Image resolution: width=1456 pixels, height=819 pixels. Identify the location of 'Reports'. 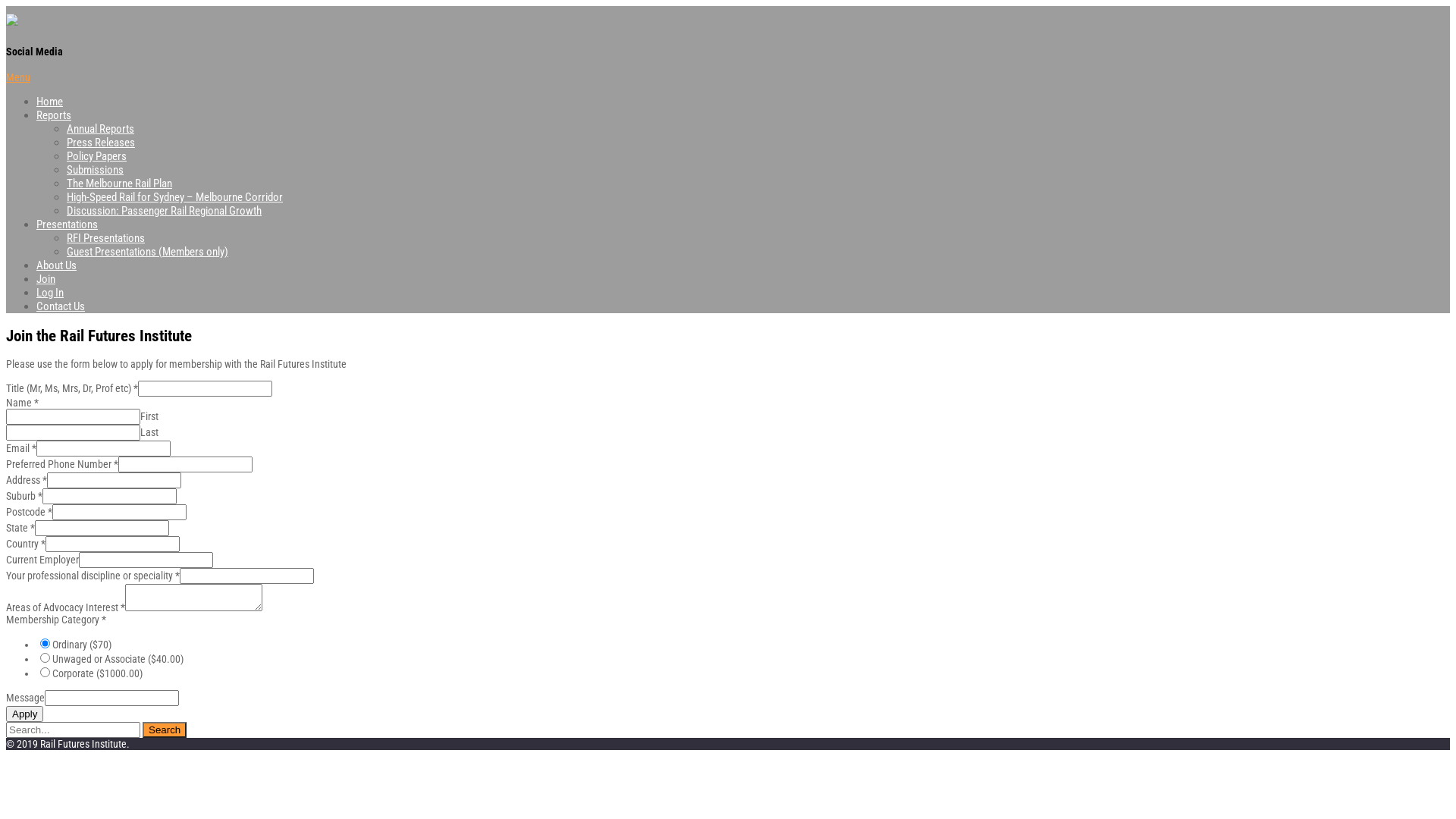
(54, 114).